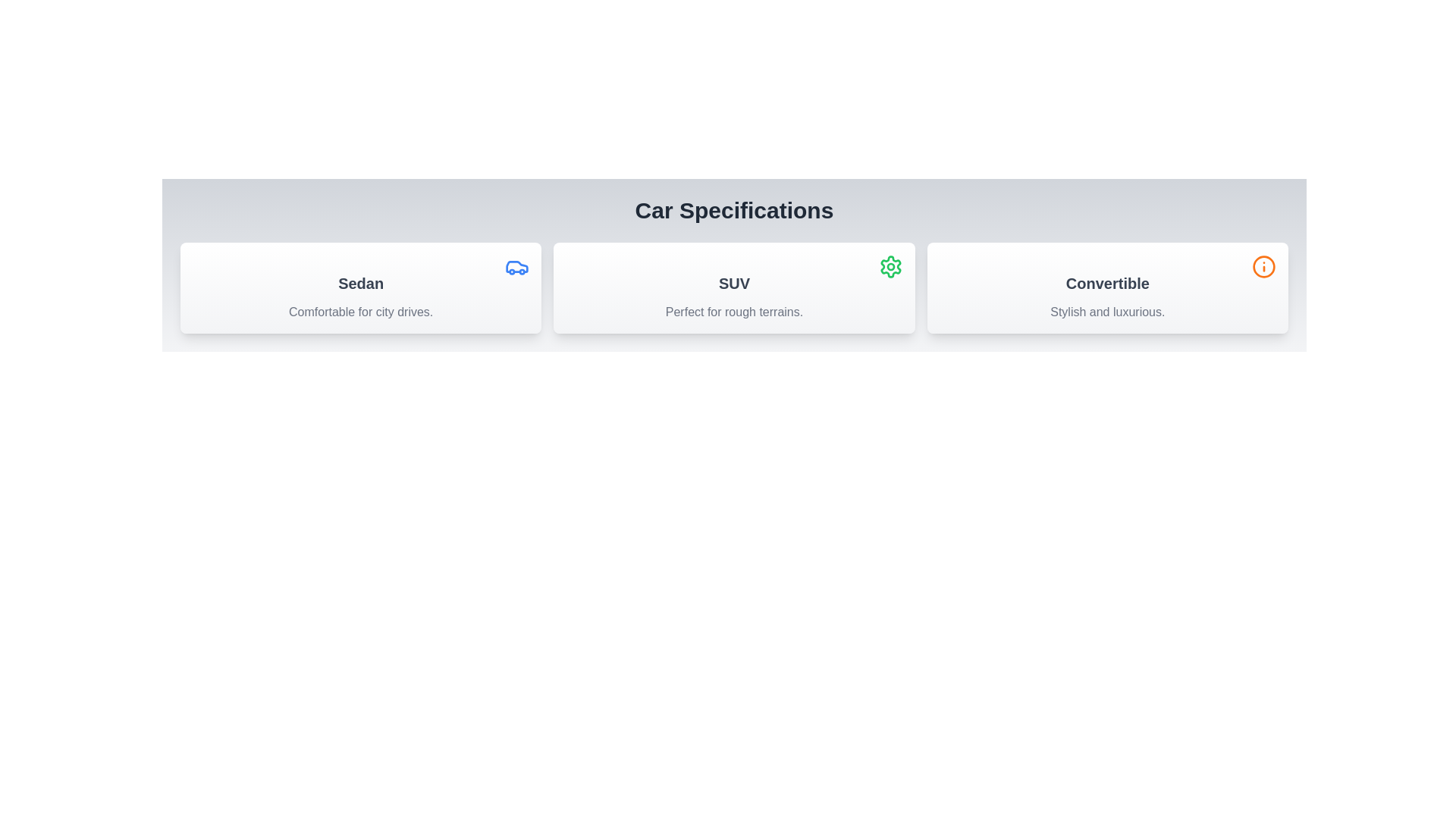 This screenshot has width=1456, height=819. What do you see at coordinates (1107, 312) in the screenshot?
I see `text label 'Stylish and luxurious.' located below the title 'Convertible' in the third card of the 'Car Specifications' section` at bounding box center [1107, 312].